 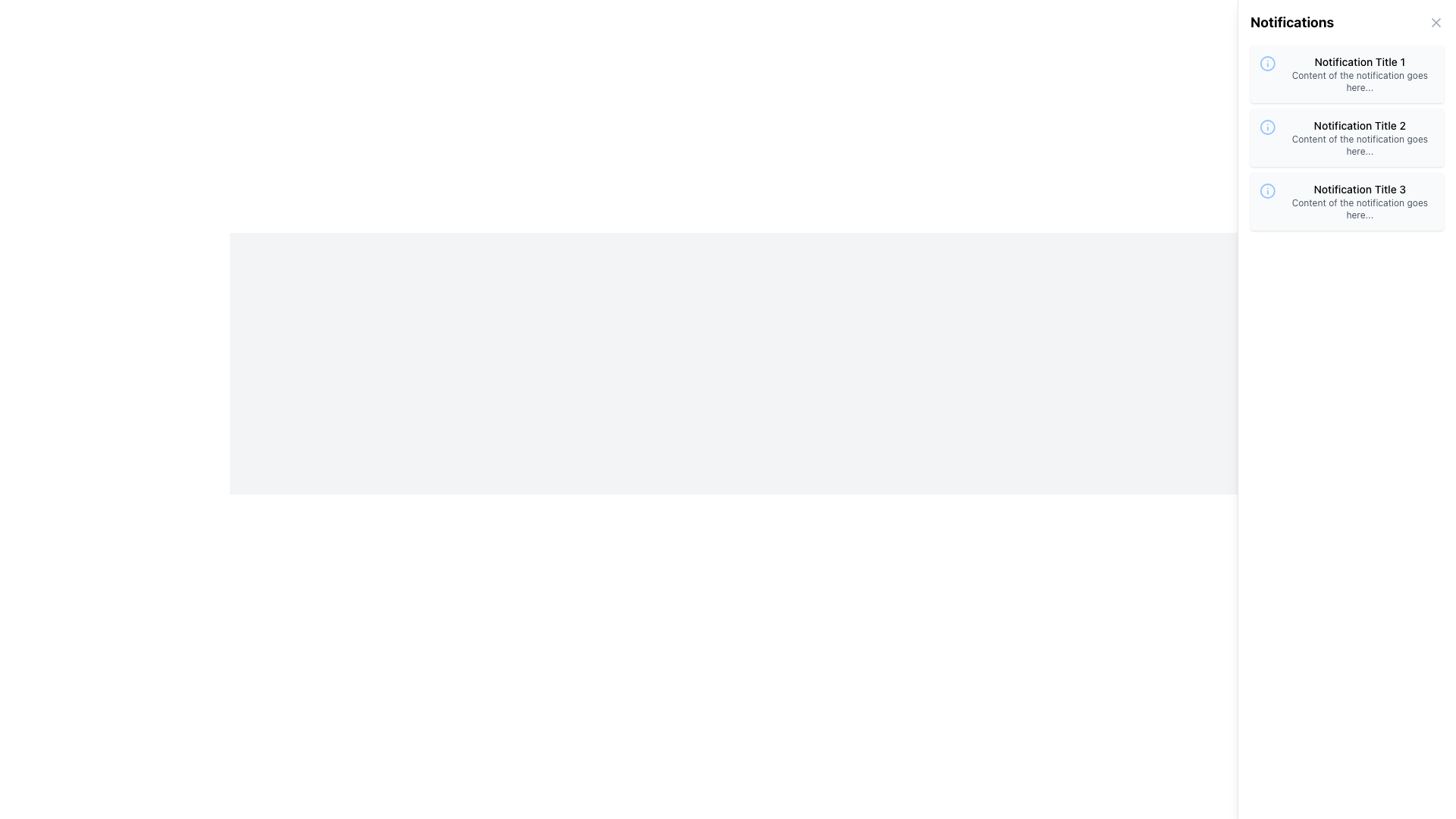 What do you see at coordinates (1360, 124) in the screenshot?
I see `the 'Notification Title 2' text label in the notifications panel` at bounding box center [1360, 124].